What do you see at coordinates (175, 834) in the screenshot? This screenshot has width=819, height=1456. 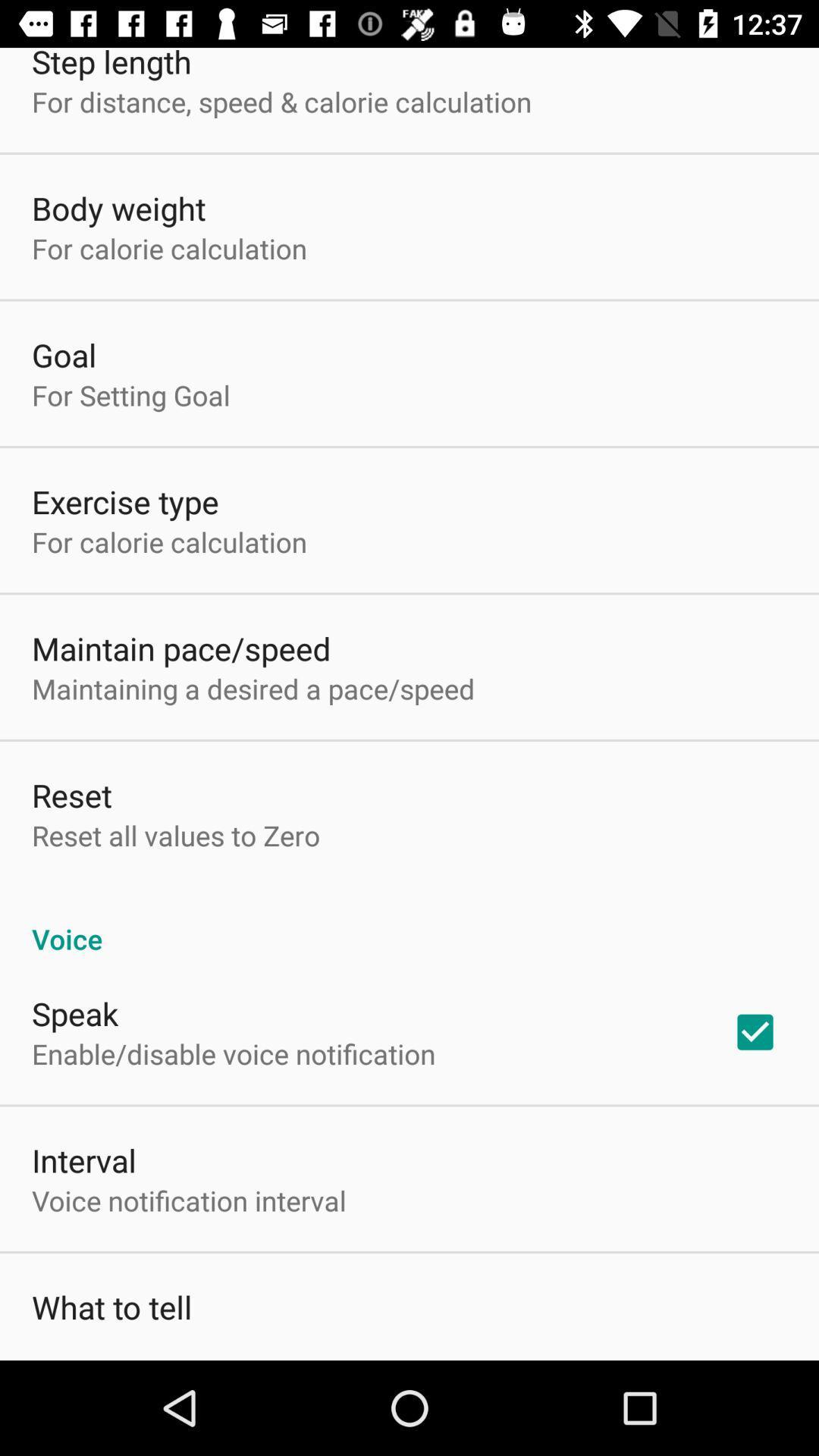 I see `reset all values item` at bounding box center [175, 834].